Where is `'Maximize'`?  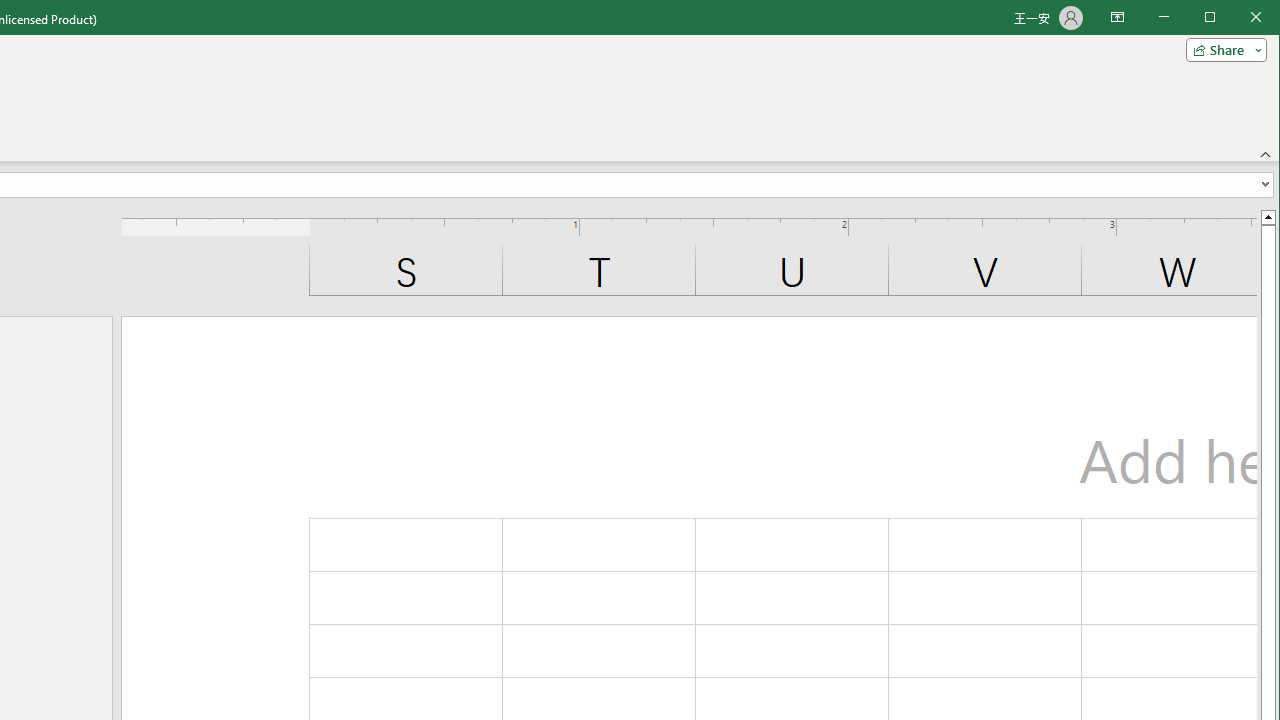
'Maximize' is located at coordinates (1238, 19).